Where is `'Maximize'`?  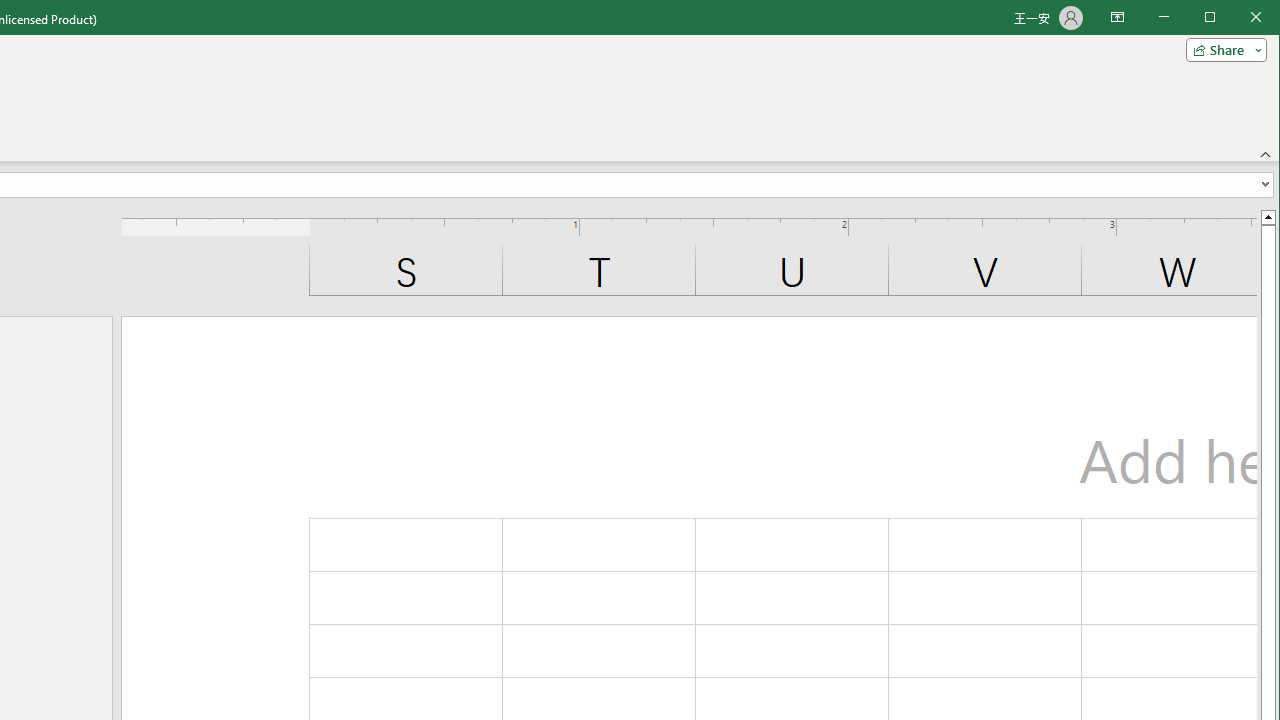
'Maximize' is located at coordinates (1238, 19).